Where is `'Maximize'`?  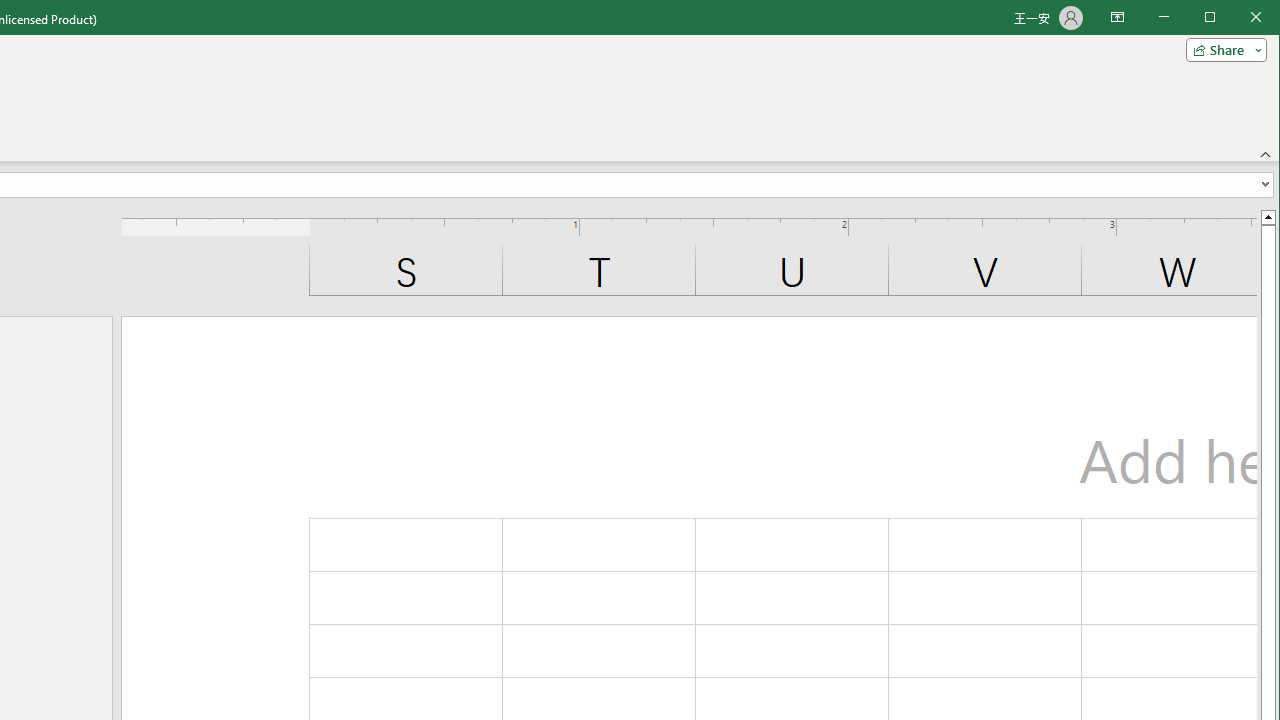
'Maximize' is located at coordinates (1238, 19).